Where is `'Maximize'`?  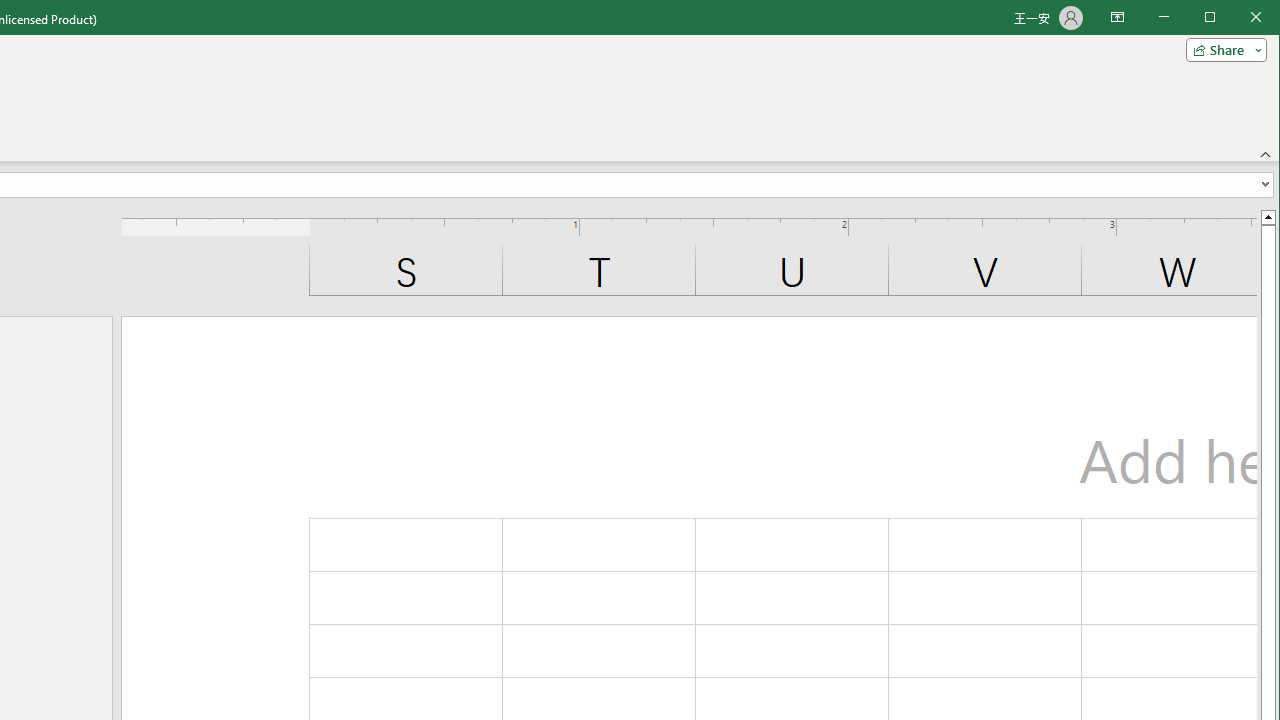
'Maximize' is located at coordinates (1238, 19).